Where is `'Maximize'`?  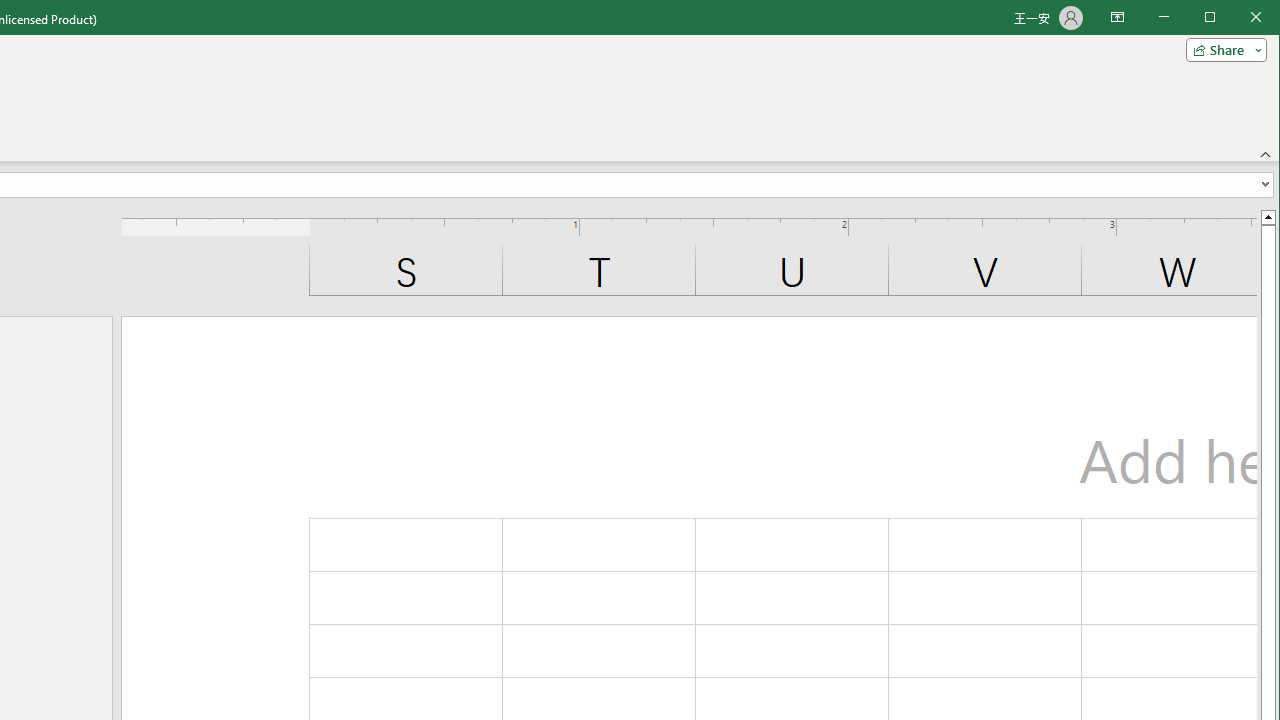
'Maximize' is located at coordinates (1238, 19).